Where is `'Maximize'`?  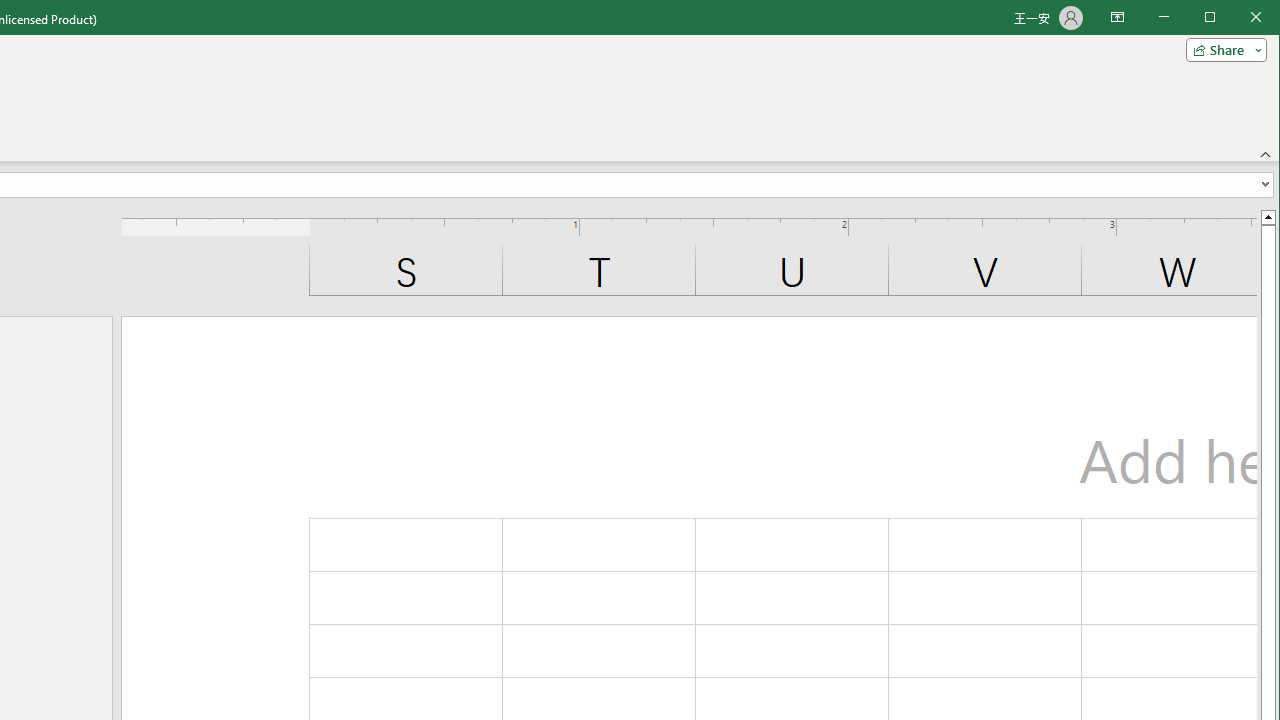
'Maximize' is located at coordinates (1238, 19).